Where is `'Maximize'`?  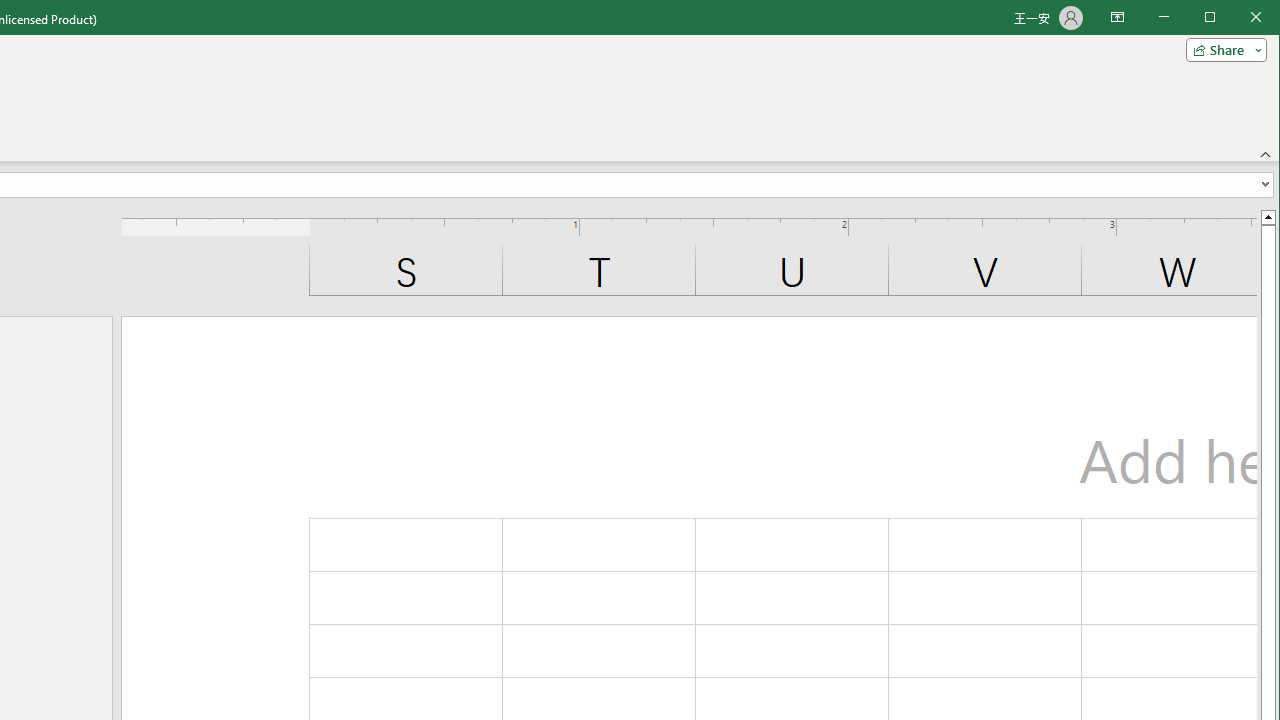
'Maximize' is located at coordinates (1238, 19).